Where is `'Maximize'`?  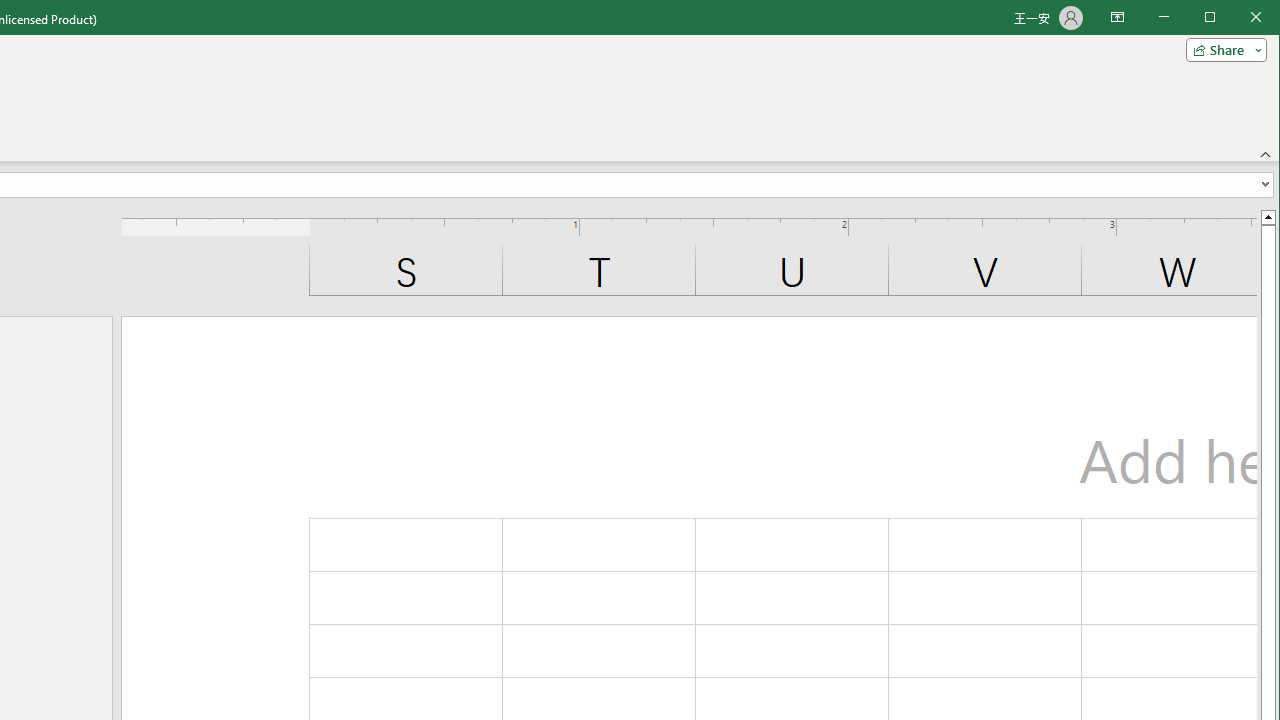
'Maximize' is located at coordinates (1238, 19).